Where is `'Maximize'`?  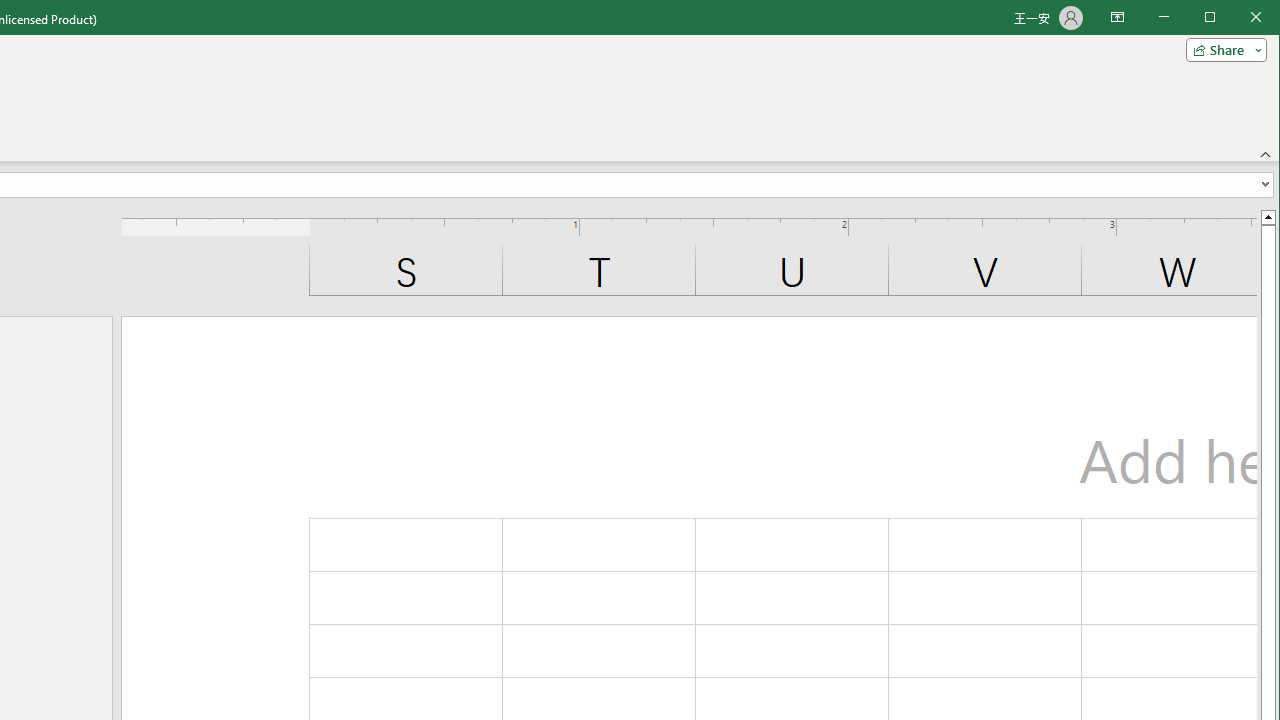
'Maximize' is located at coordinates (1238, 19).